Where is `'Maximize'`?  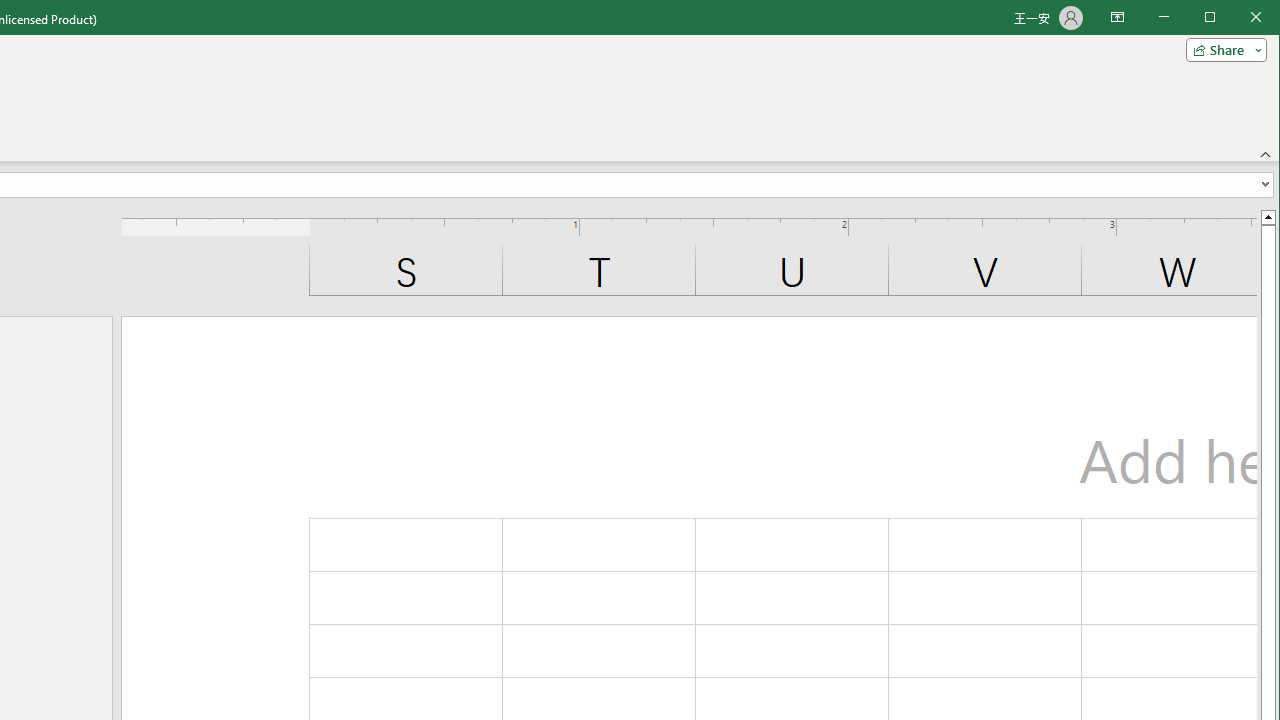
'Maximize' is located at coordinates (1238, 19).